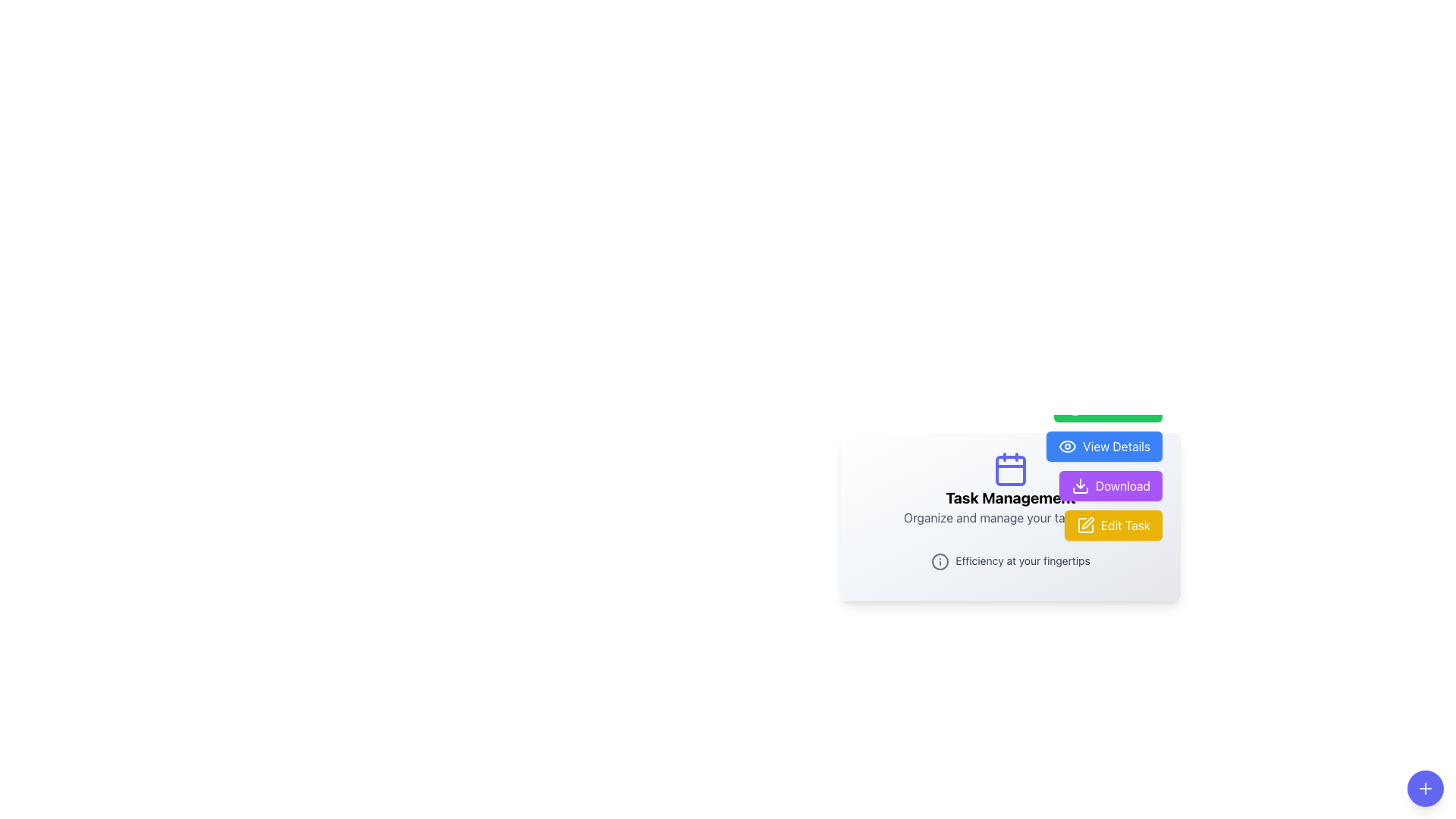  Describe the element at coordinates (1113, 524) in the screenshot. I see `the 'Edit Task' button located at the bottom of the action buttons in the floating card on the bottom-right side of the interface` at that location.